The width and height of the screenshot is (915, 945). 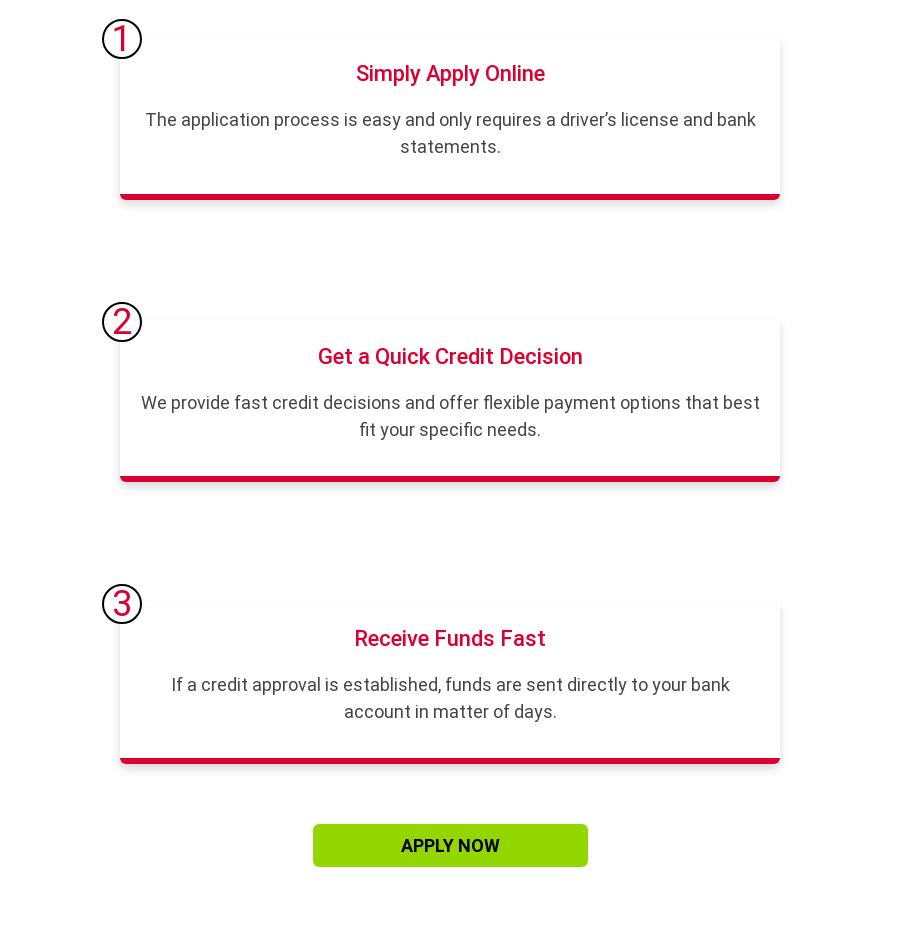 What do you see at coordinates (449, 845) in the screenshot?
I see `'Apply Now'` at bounding box center [449, 845].